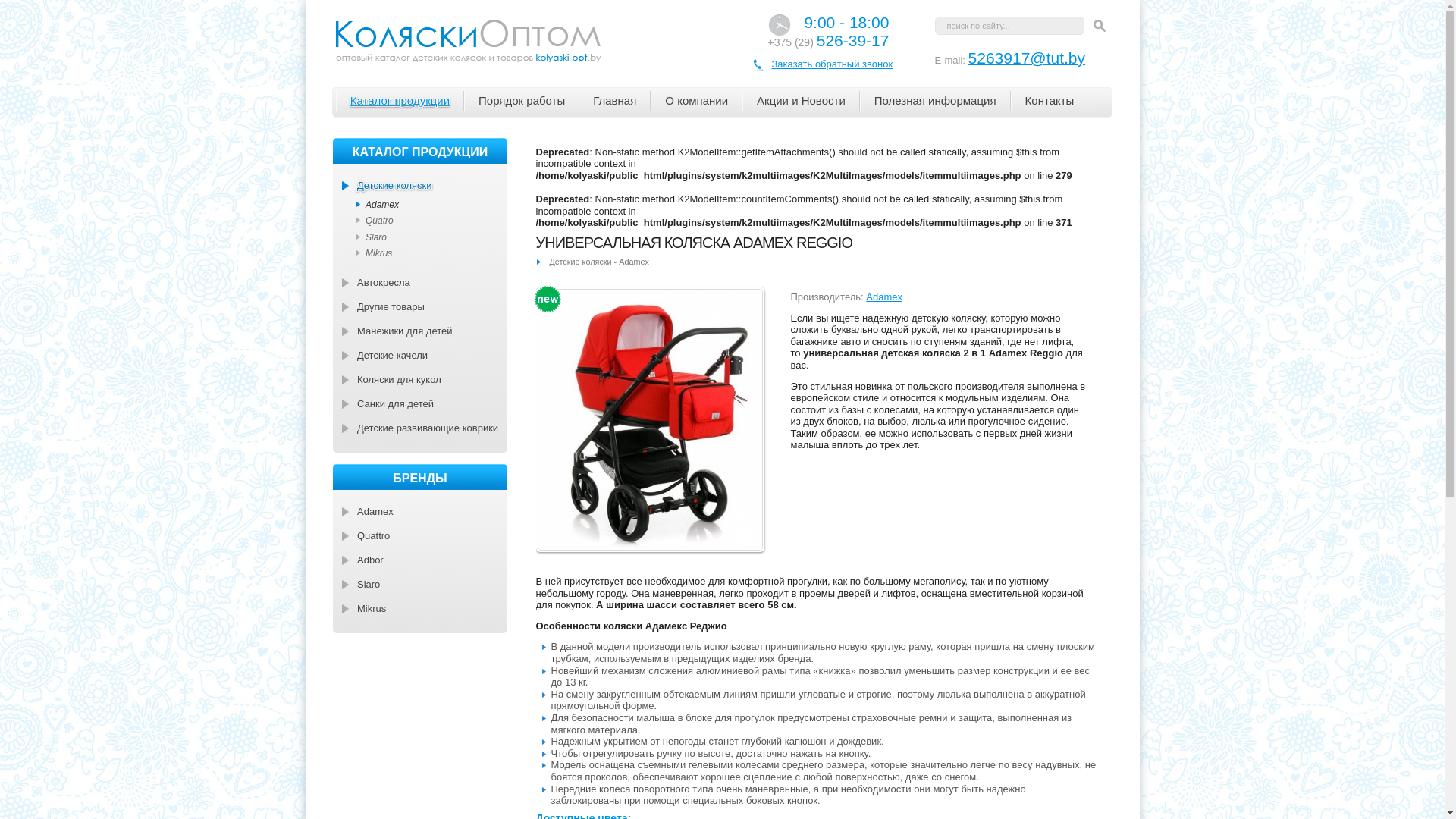 The image size is (1456, 819). Describe the element at coordinates (1026, 58) in the screenshot. I see `'5263917@tut.by'` at that location.